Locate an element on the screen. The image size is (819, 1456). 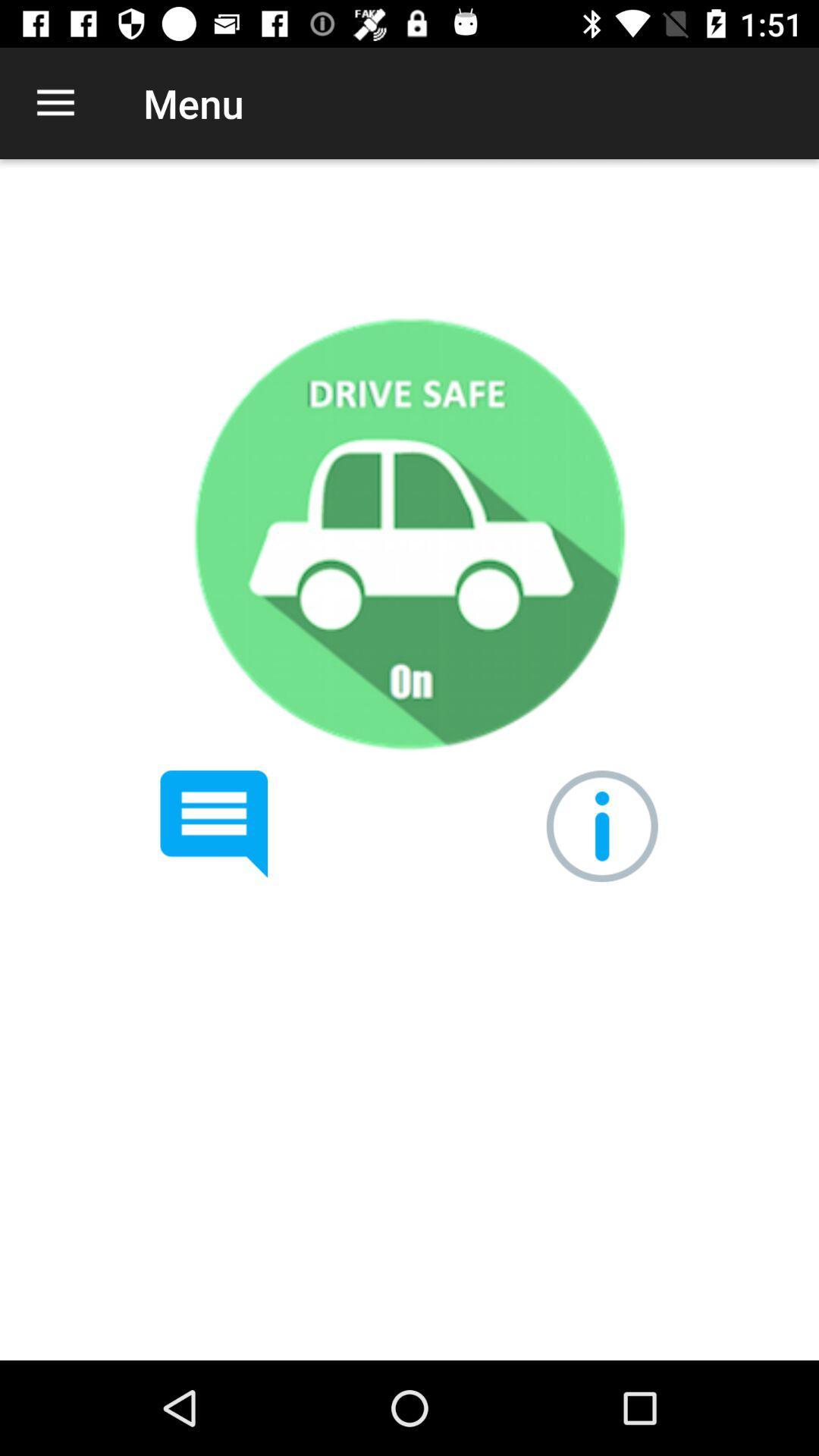
item below the menu icon is located at coordinates (408, 533).